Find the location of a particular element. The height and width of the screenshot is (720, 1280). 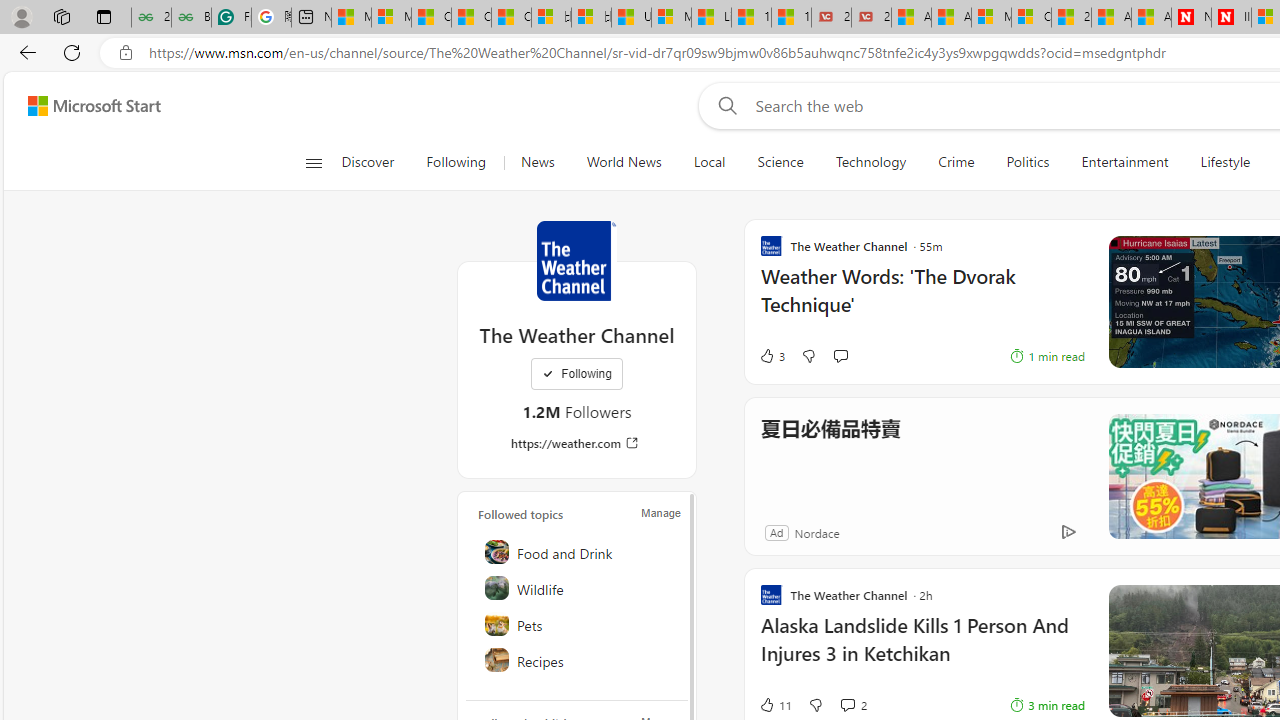

'21 Movies That Outdid the Books They Were Based On' is located at coordinates (871, 17).